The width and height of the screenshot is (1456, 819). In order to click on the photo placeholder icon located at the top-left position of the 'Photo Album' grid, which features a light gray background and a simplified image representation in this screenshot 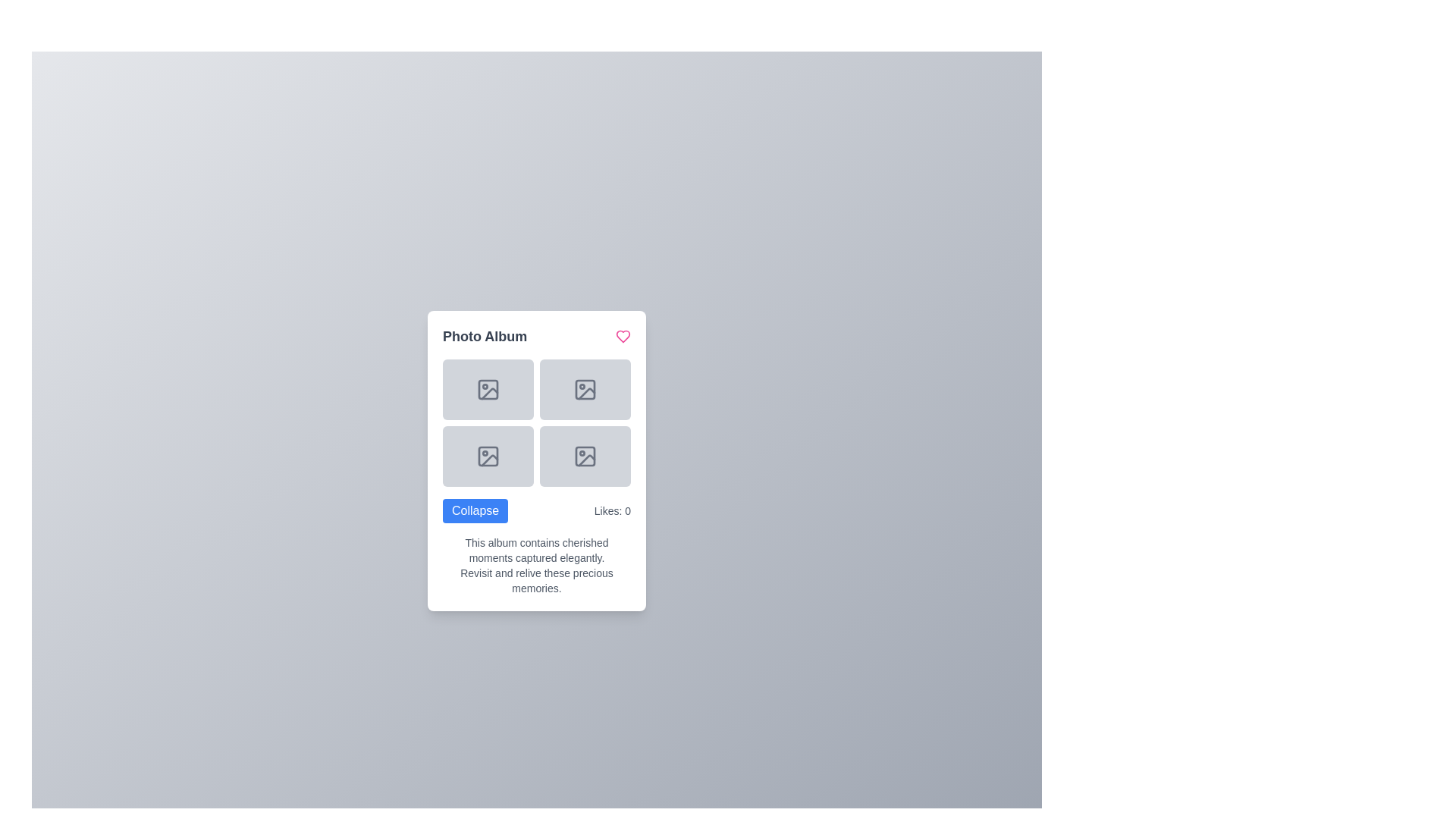, I will do `click(488, 388)`.